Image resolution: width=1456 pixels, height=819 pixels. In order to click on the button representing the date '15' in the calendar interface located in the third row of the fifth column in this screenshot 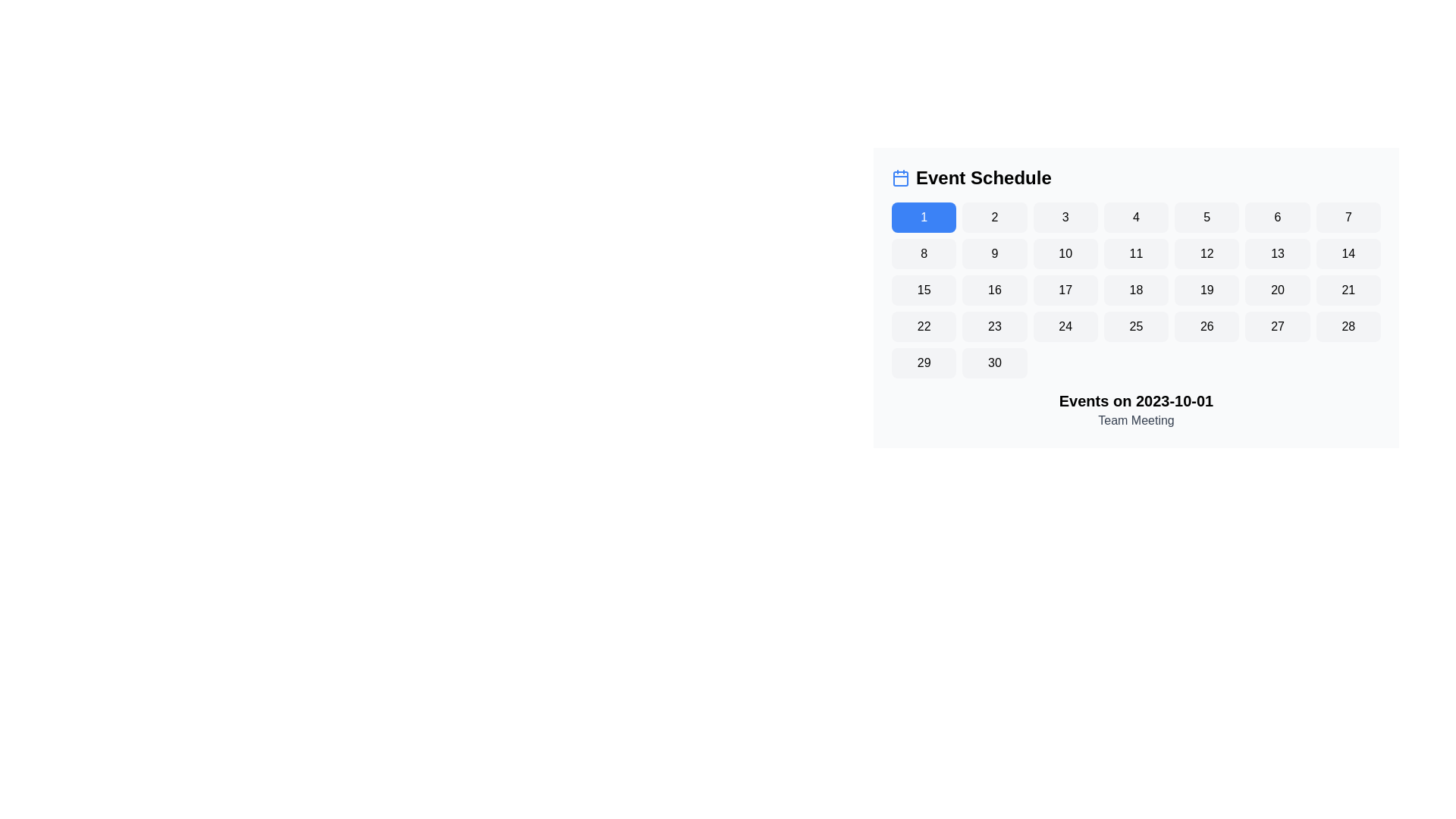, I will do `click(923, 290)`.